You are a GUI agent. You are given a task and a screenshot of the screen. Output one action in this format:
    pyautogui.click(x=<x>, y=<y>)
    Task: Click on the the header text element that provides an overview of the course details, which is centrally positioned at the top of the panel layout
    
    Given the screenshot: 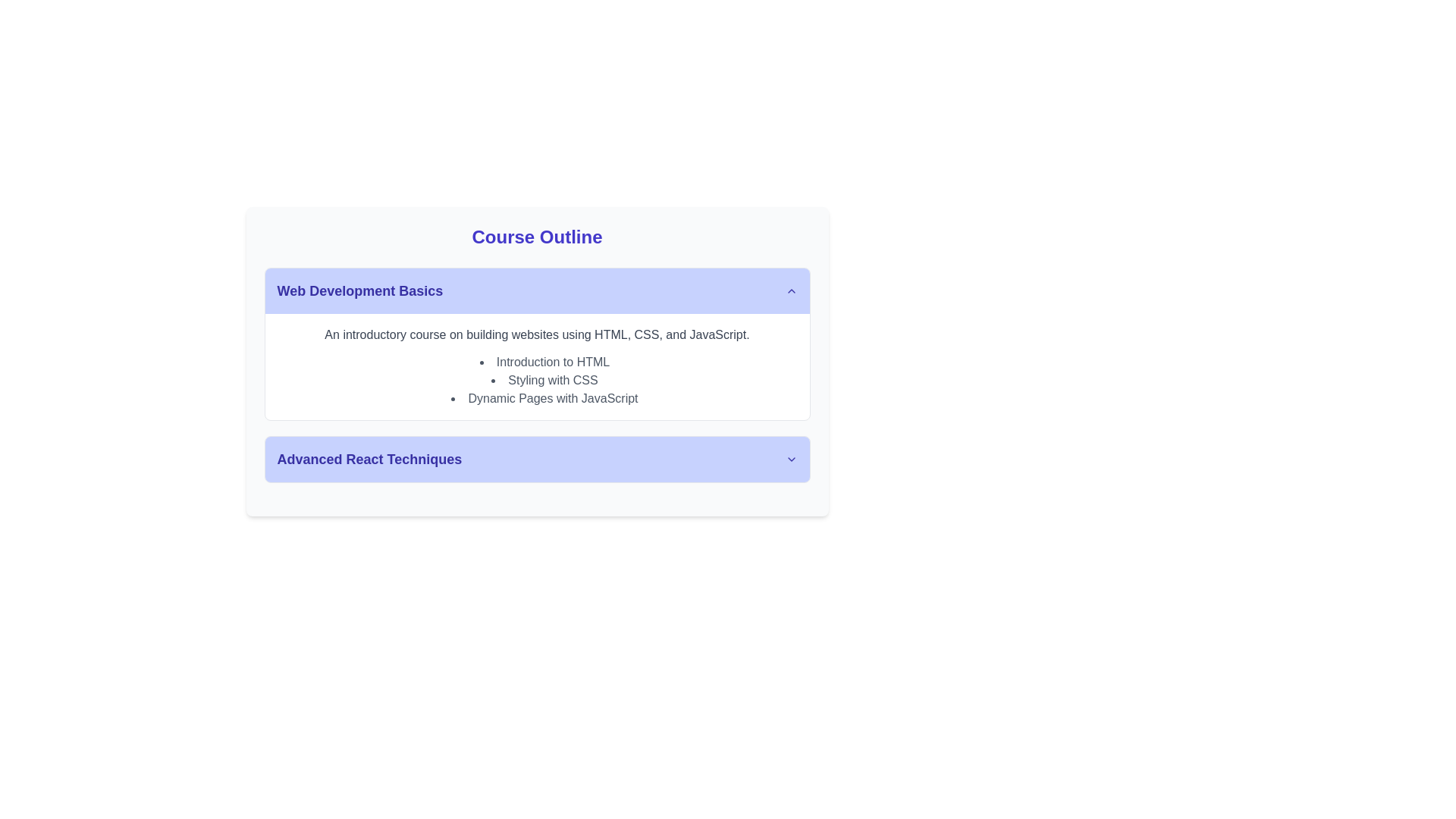 What is the action you would take?
    pyautogui.click(x=537, y=237)
    